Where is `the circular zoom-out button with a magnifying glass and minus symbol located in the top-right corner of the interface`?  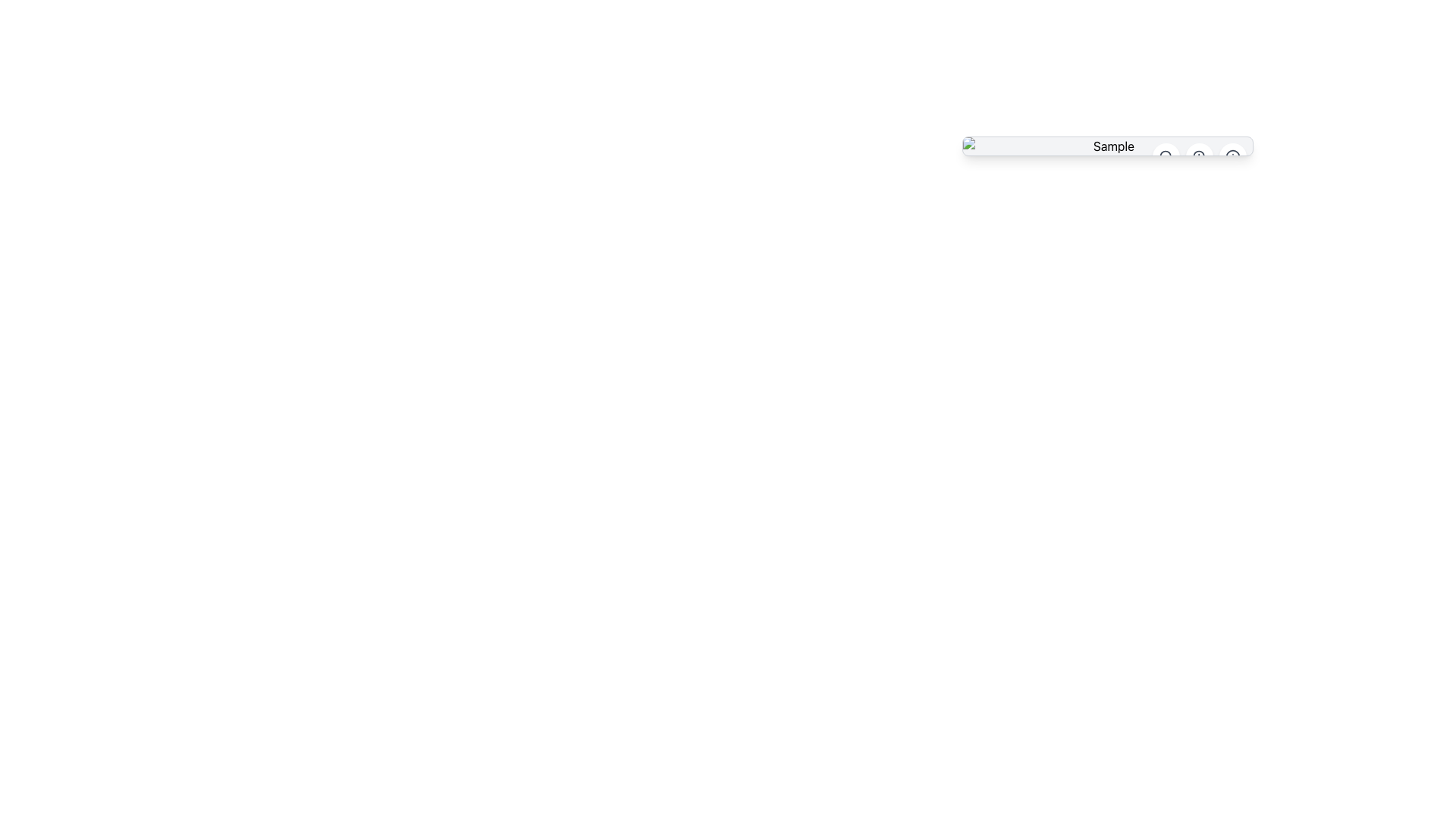
the circular zoom-out button with a magnifying glass and minus symbol located in the top-right corner of the interface is located at coordinates (1165, 157).